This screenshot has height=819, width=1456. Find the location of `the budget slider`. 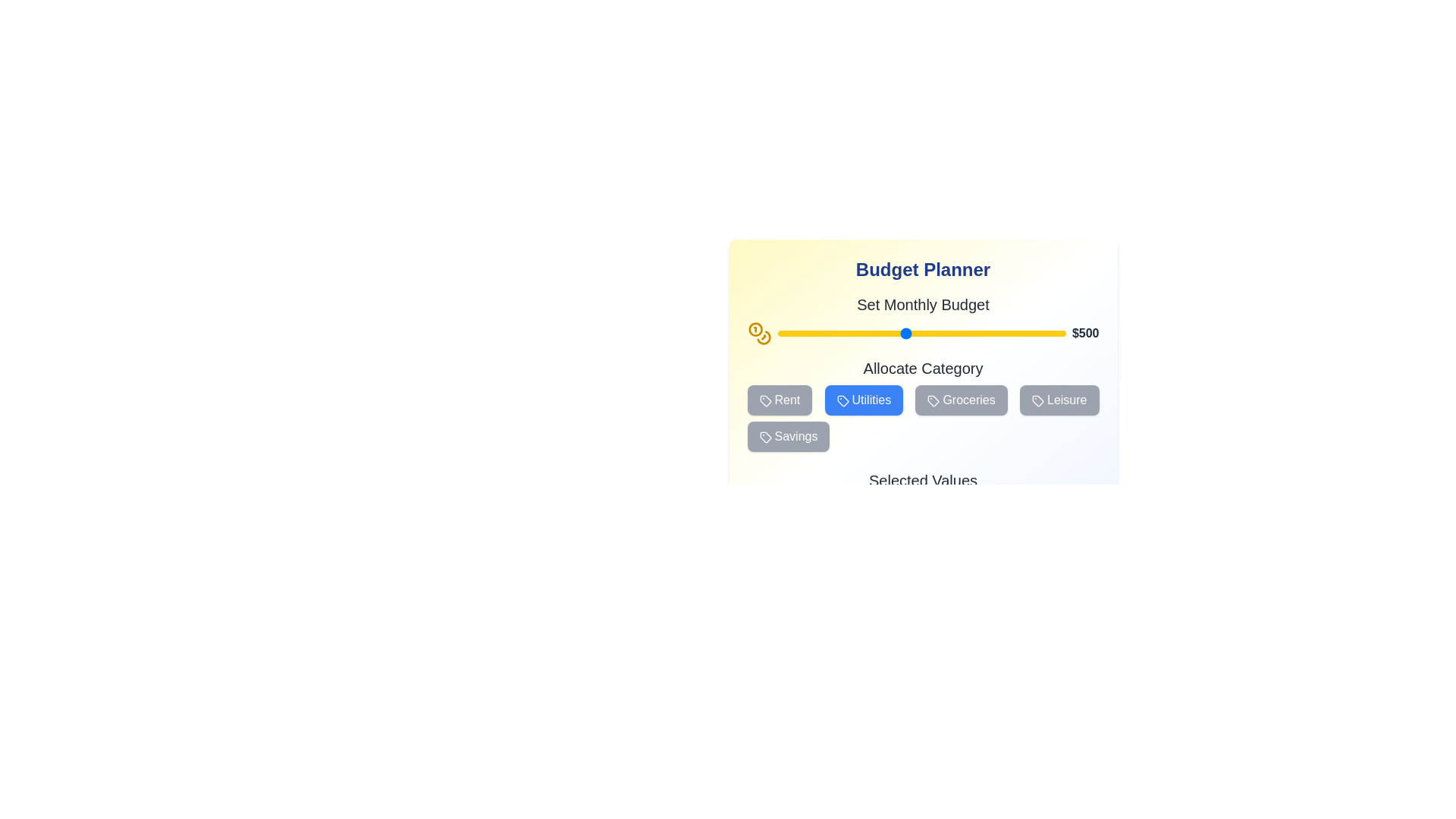

the budget slider is located at coordinates (926, 332).